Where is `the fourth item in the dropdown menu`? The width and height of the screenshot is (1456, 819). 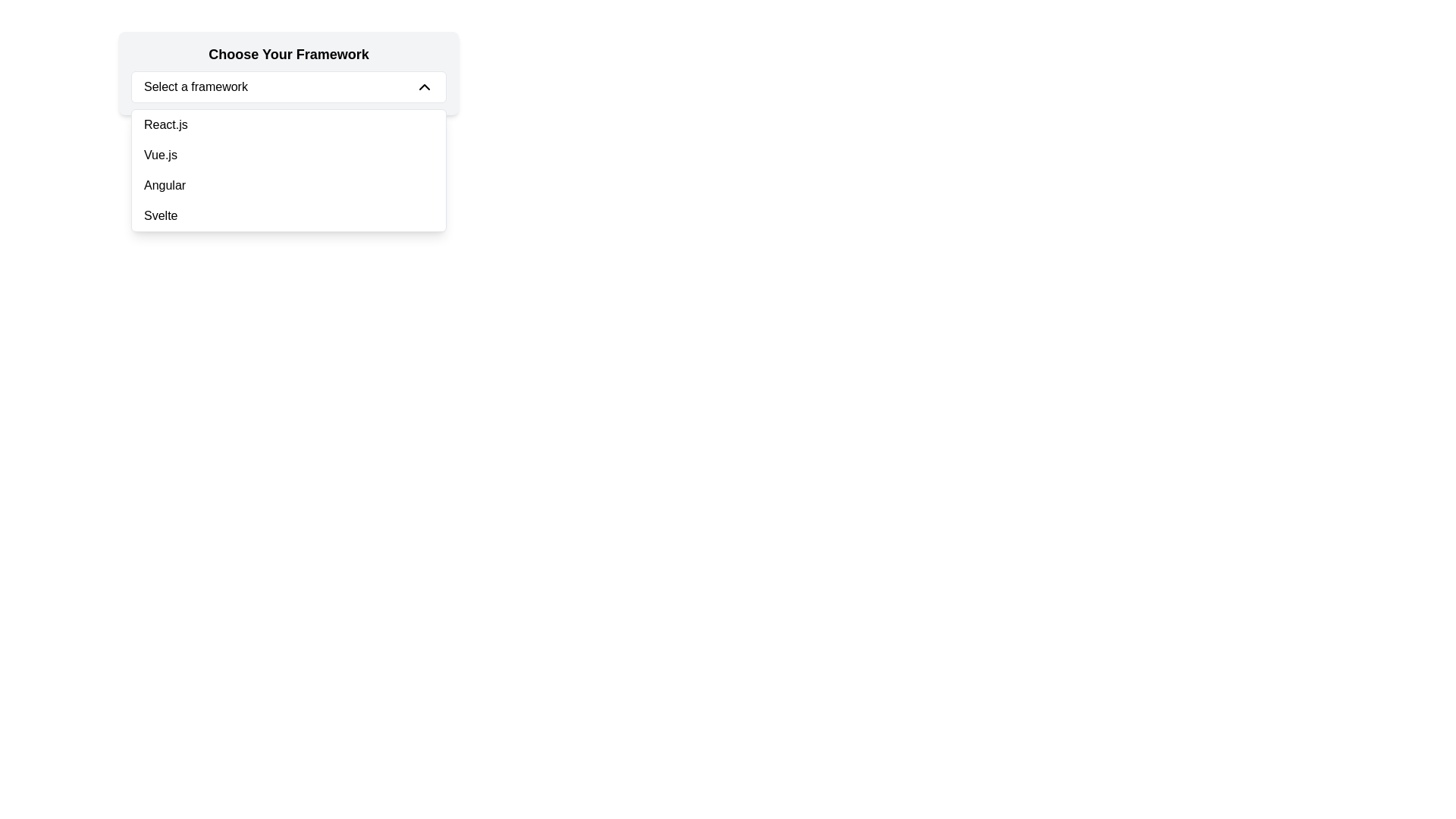
the fourth item in the dropdown menu is located at coordinates (288, 216).